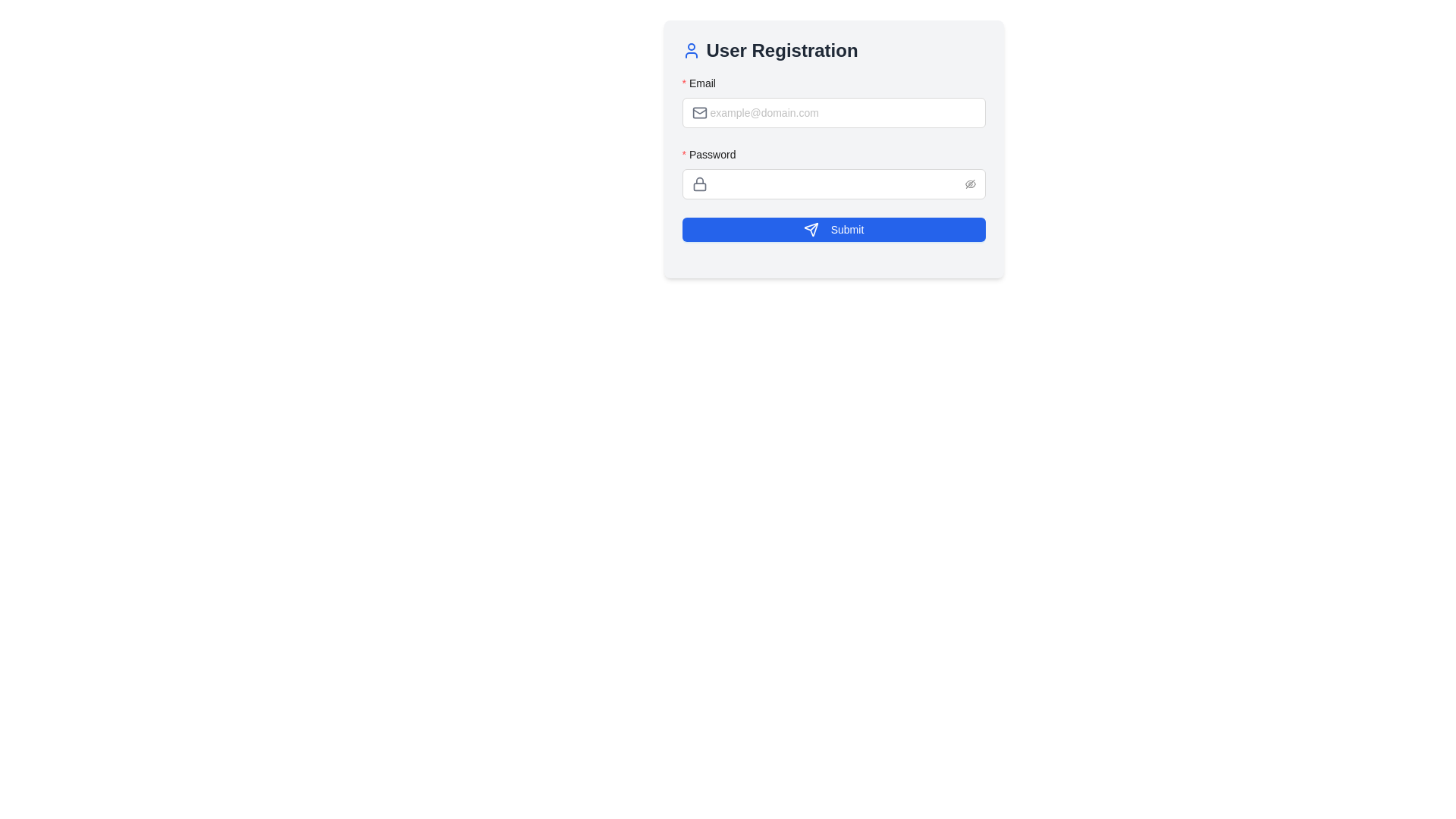  I want to click on the small triangular icon resembling a paper airplane, which is located to the left of the 'Submit' text in the primary button at the bottom of the form, so click(810, 230).